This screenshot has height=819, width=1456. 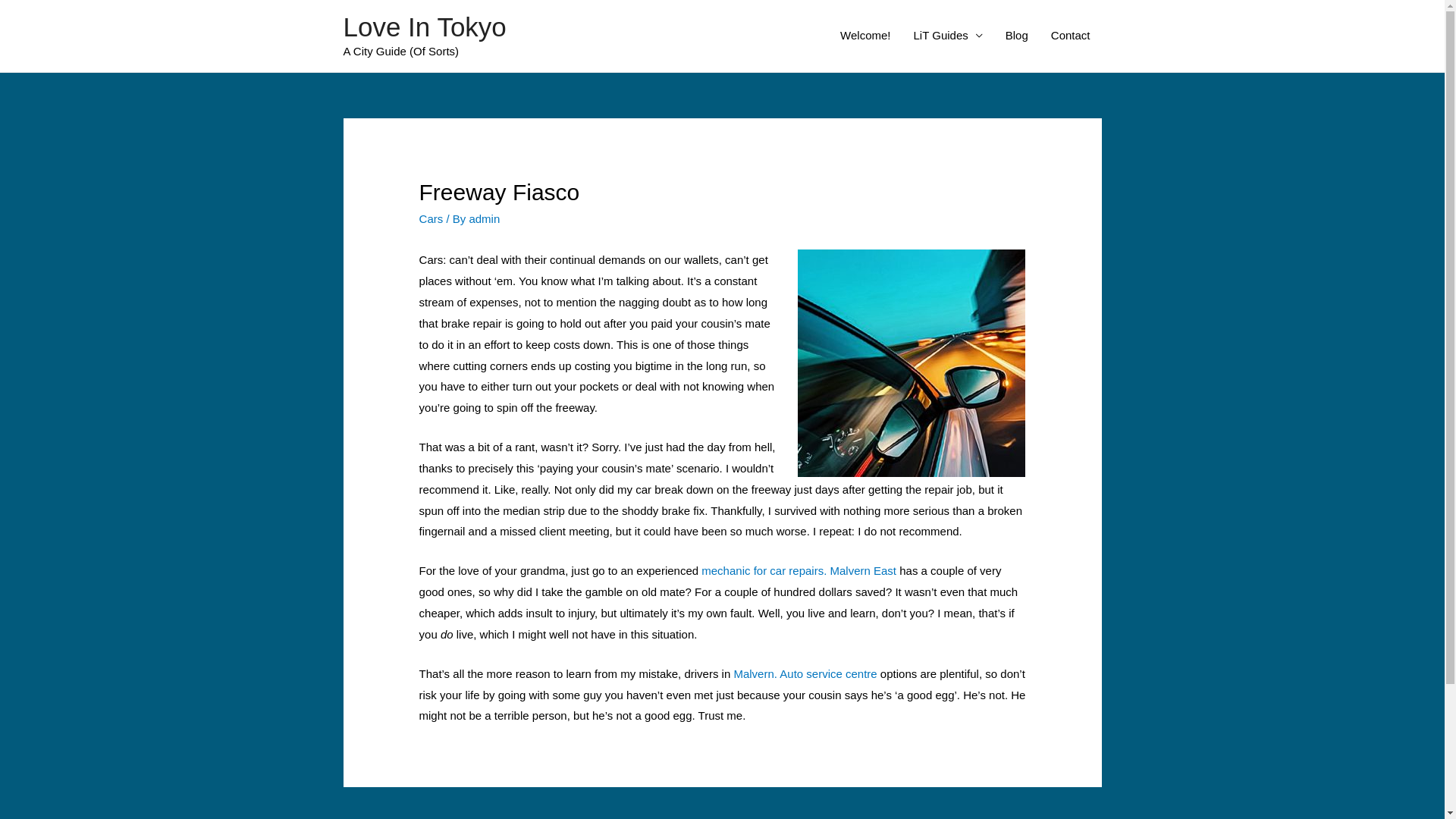 I want to click on 'Blog', so click(x=1016, y=34).